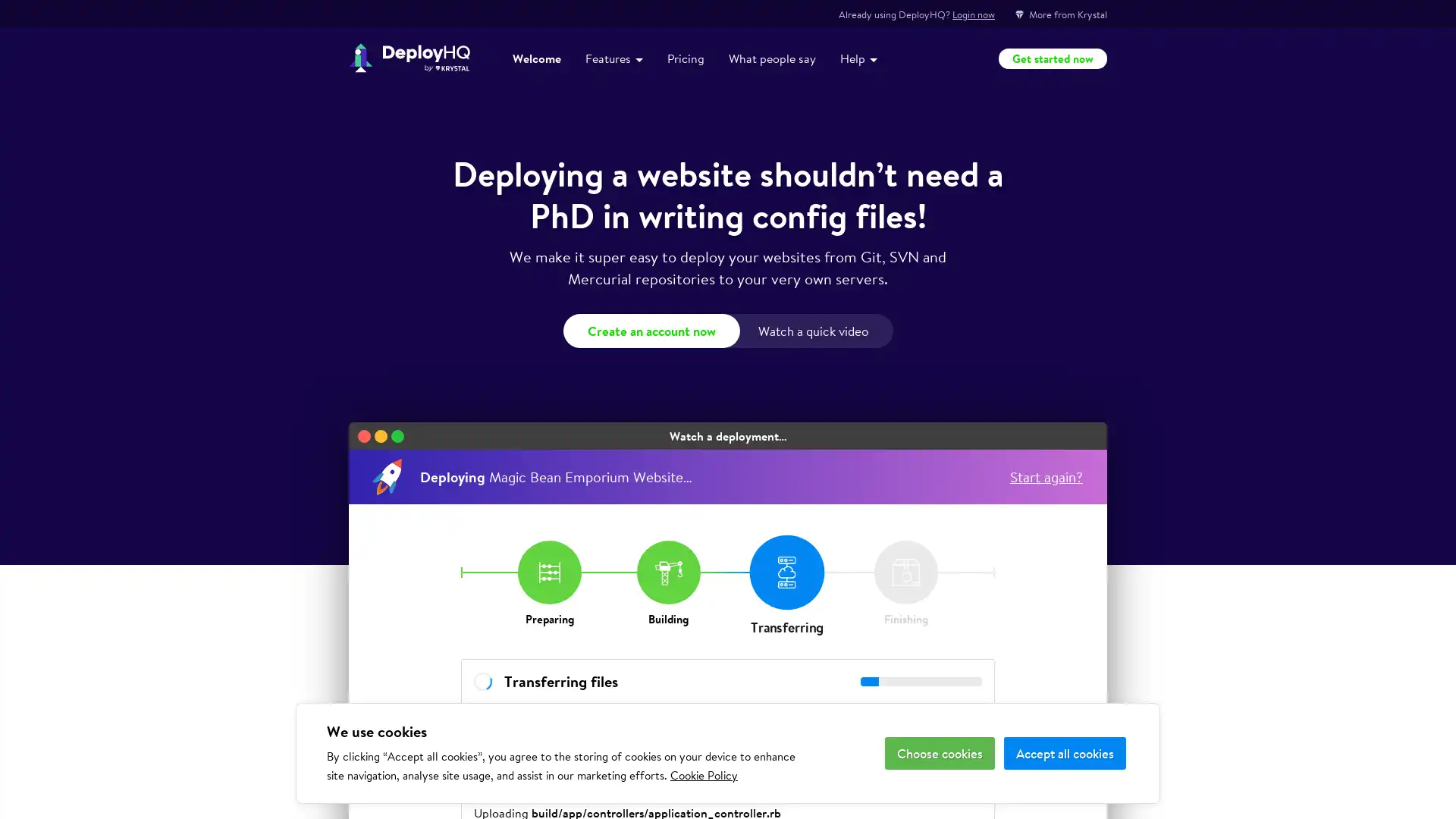  What do you see at coordinates (814, 330) in the screenshot?
I see `Watch a quick video` at bounding box center [814, 330].